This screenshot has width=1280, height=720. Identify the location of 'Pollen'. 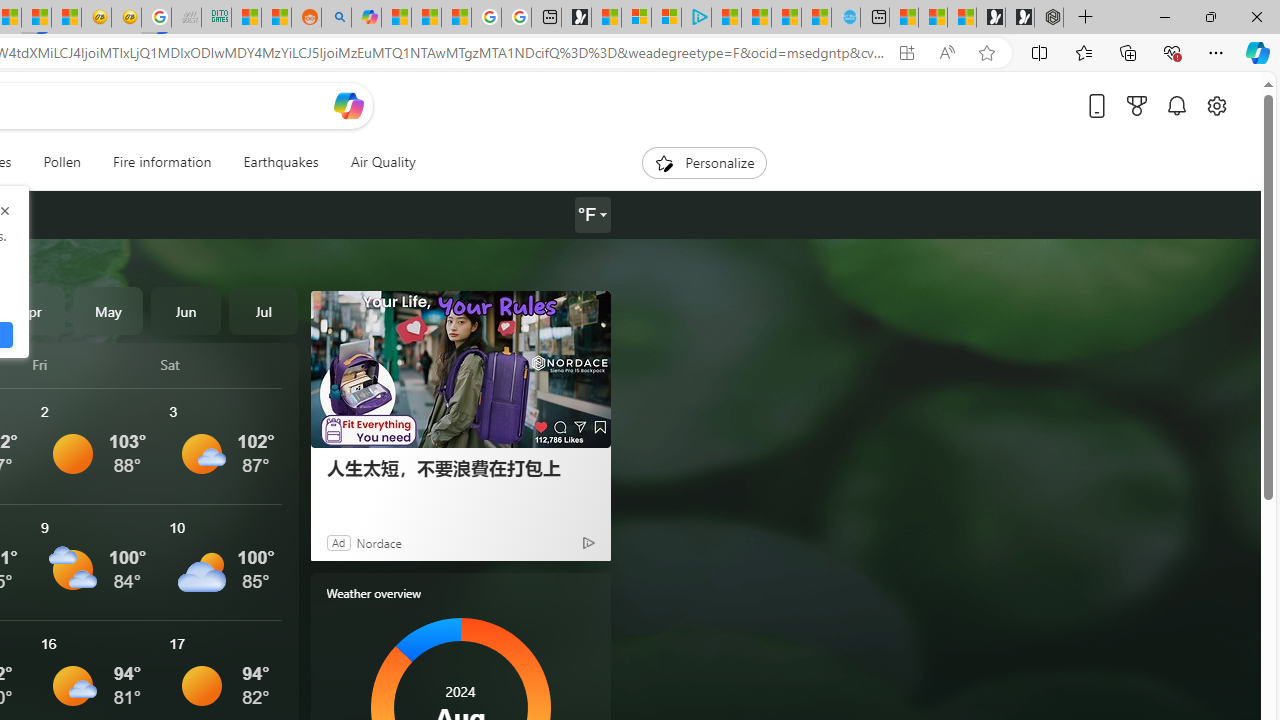
(62, 162).